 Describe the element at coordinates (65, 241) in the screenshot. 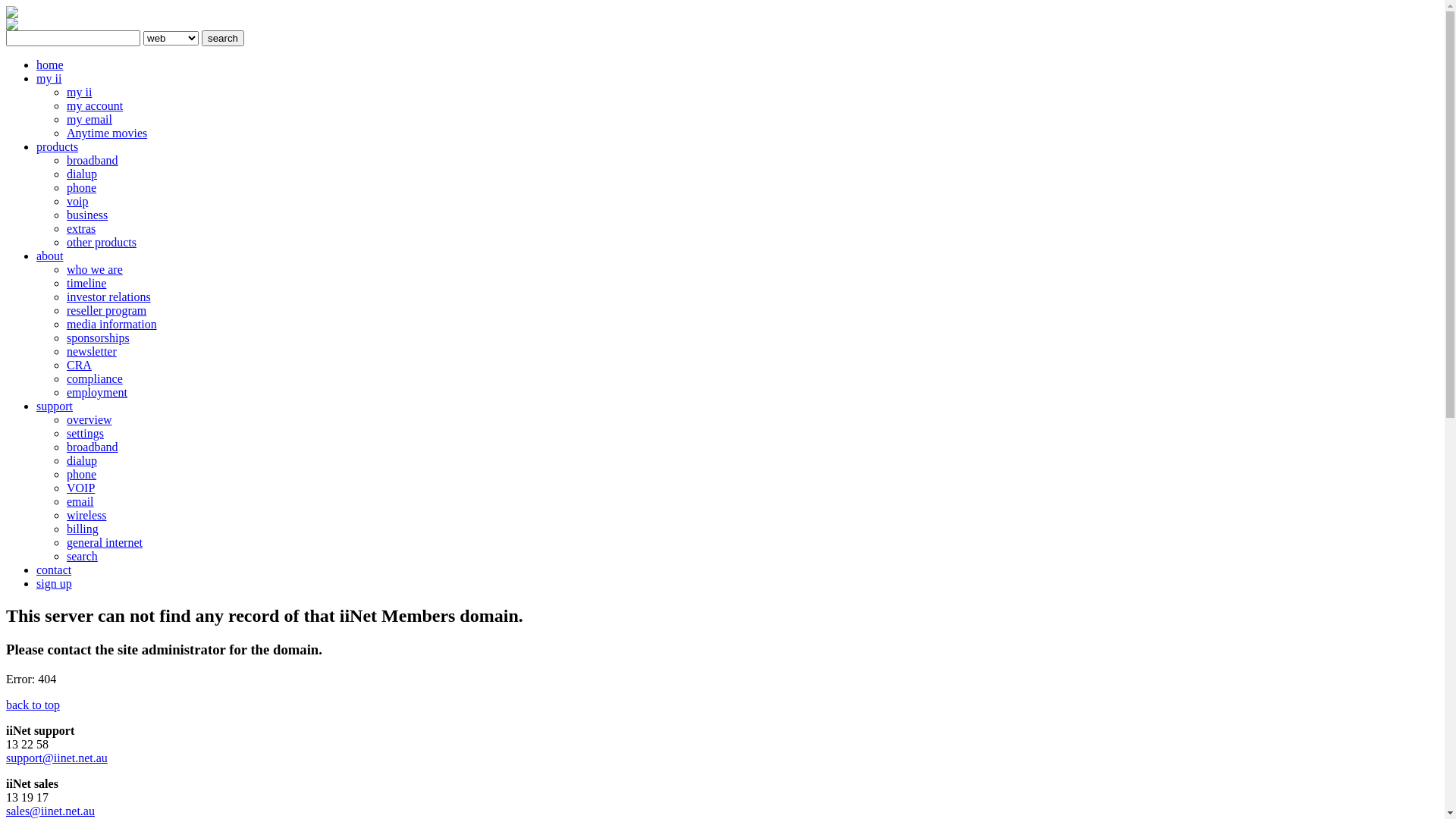

I see `'other products'` at that location.